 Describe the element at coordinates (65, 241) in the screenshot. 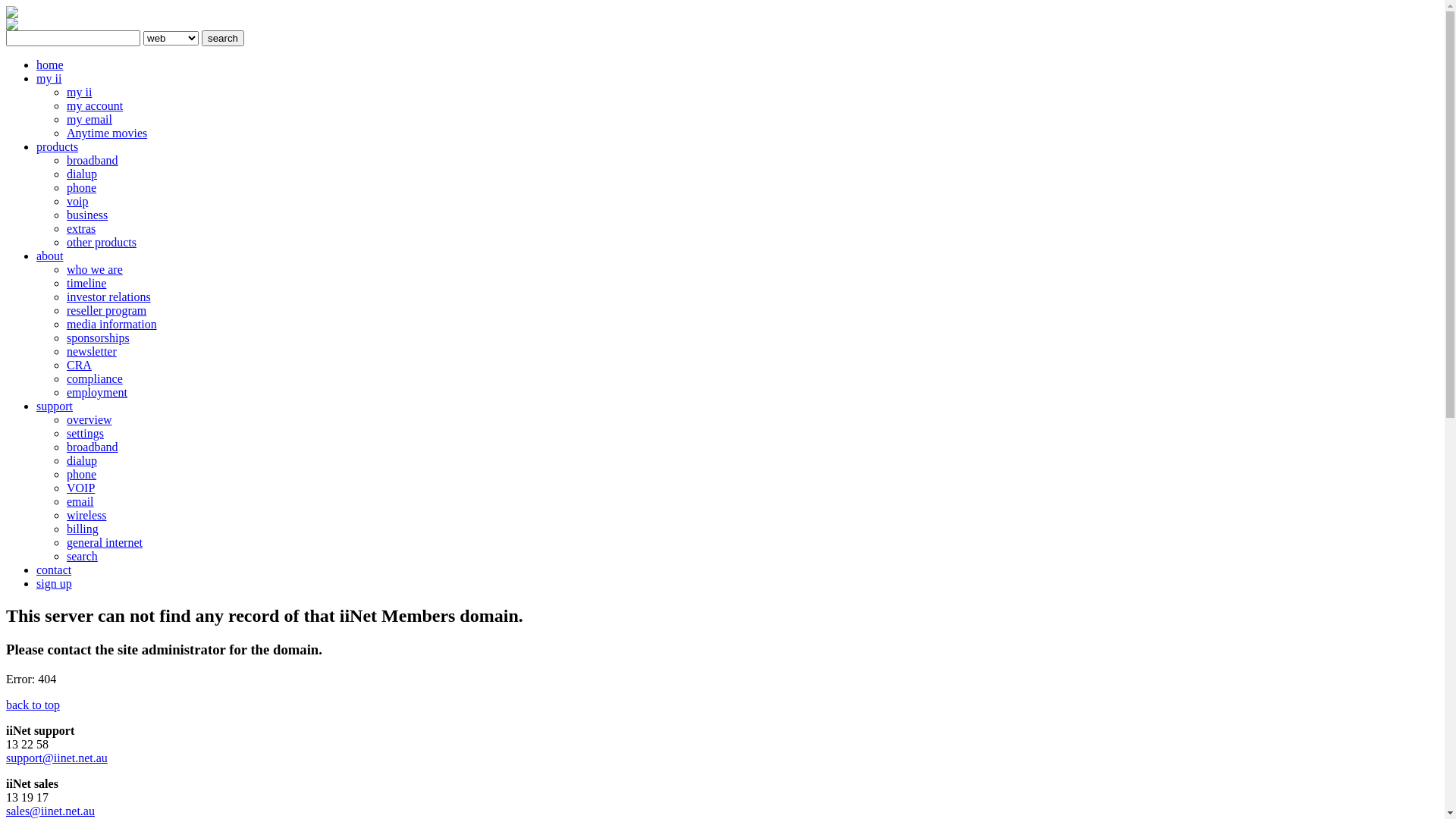

I see `'other products'` at that location.